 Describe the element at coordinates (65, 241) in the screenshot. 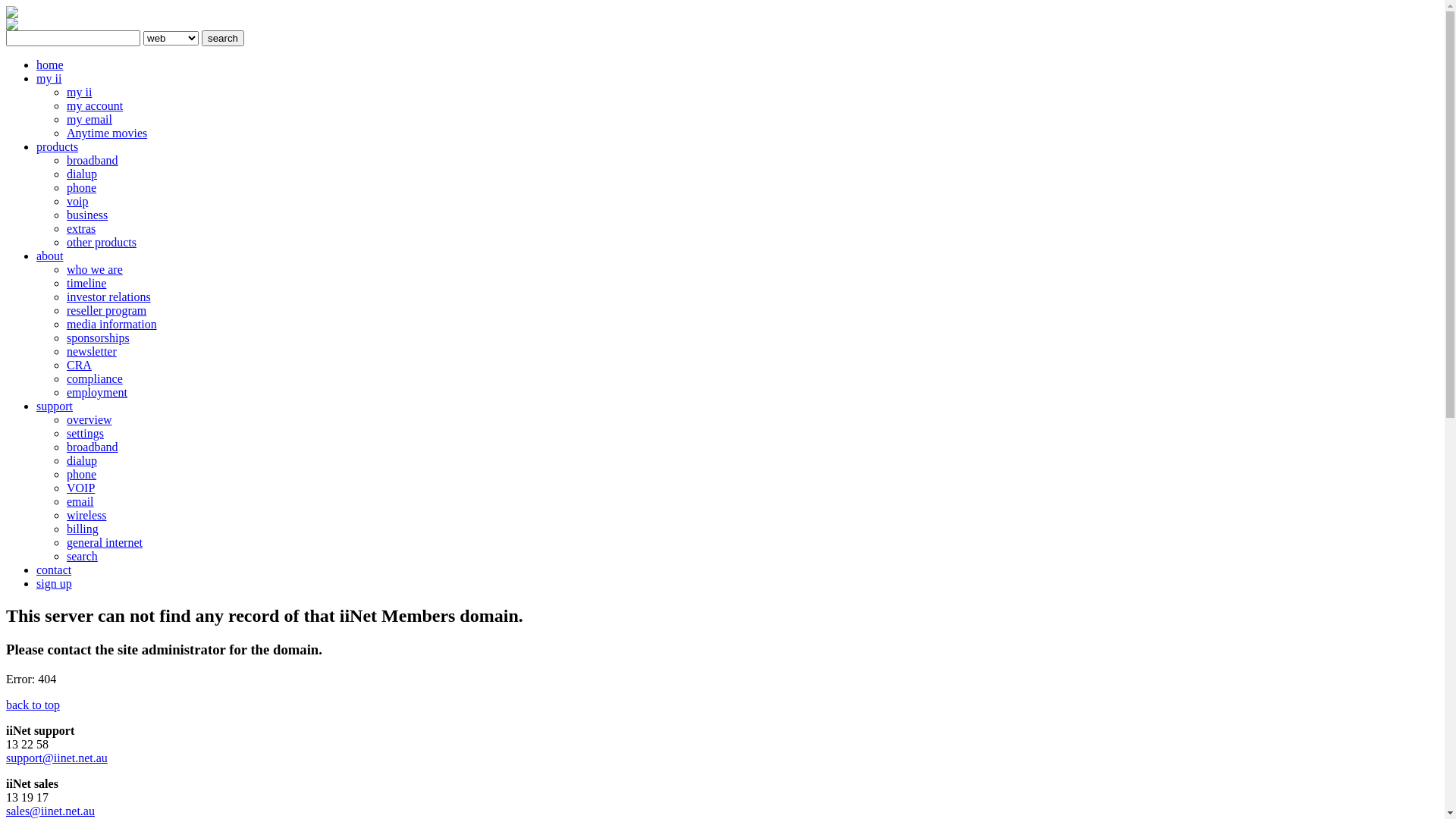

I see `'other products'` at that location.